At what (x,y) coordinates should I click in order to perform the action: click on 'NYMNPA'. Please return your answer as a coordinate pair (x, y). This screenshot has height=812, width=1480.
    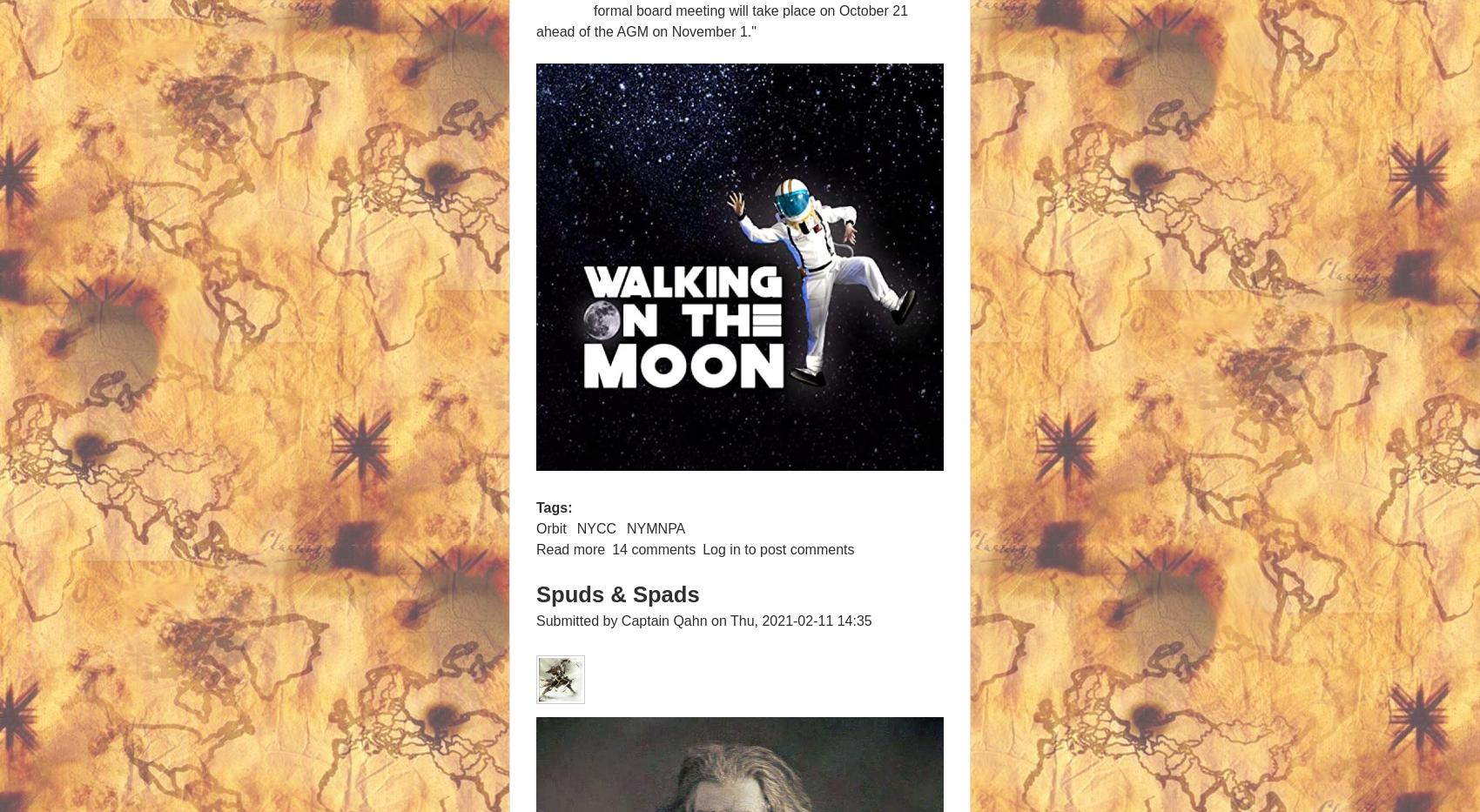
    Looking at the image, I should click on (655, 527).